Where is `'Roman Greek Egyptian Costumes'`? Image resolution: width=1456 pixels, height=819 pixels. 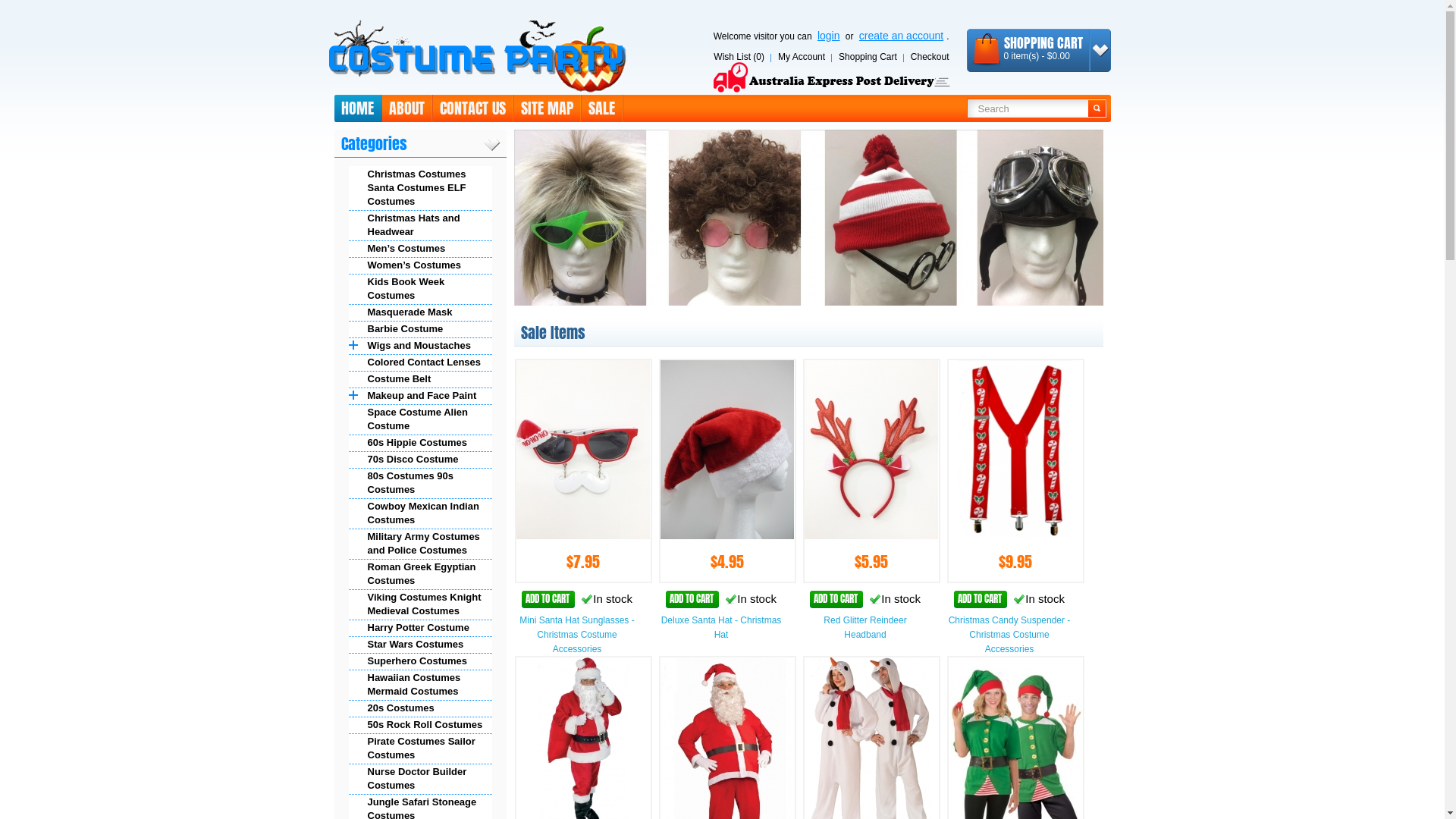 'Roman Greek Egyptian Costumes' is located at coordinates (420, 573).